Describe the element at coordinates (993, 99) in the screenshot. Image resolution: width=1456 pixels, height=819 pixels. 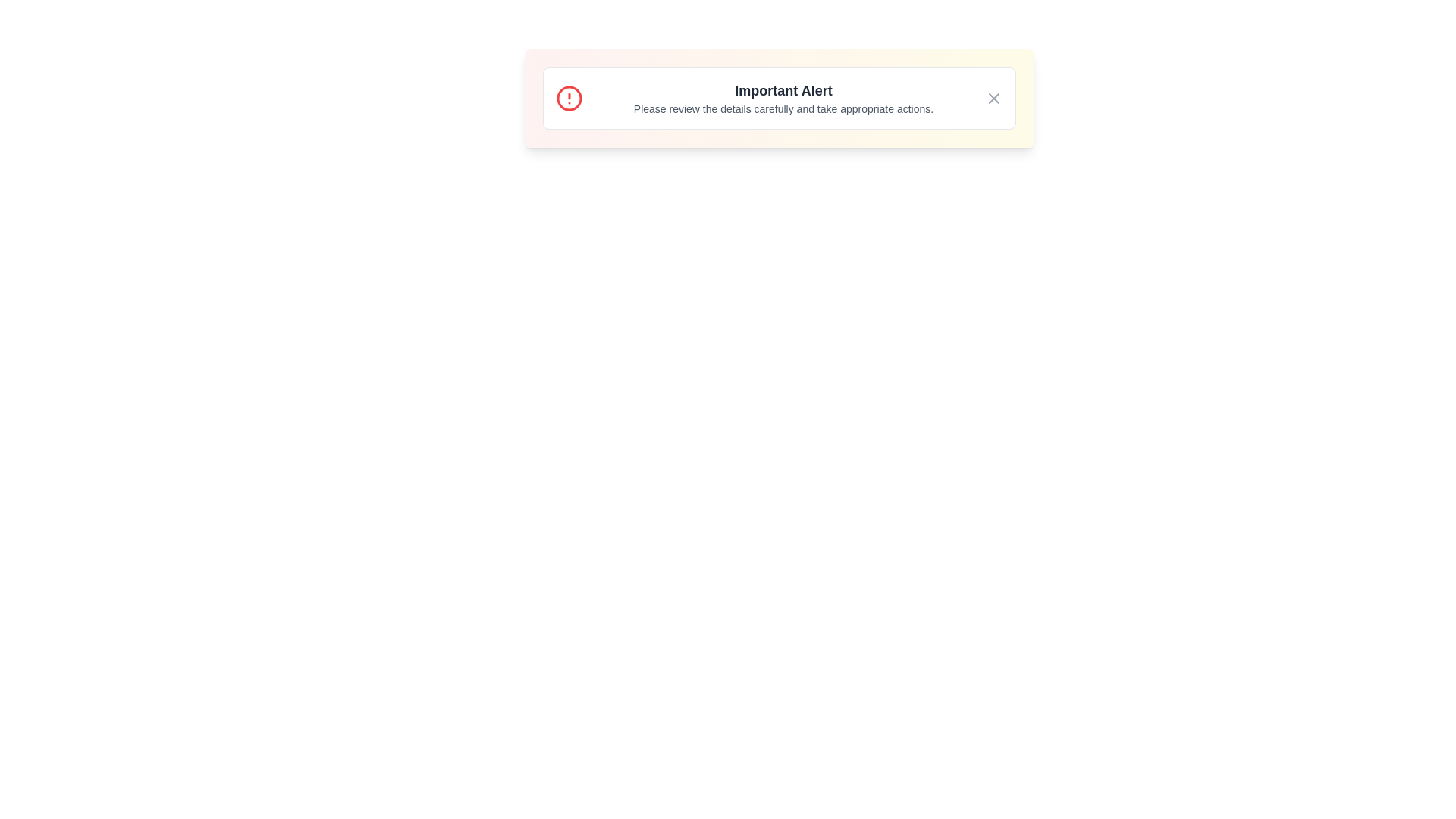
I see `the cross icon located in the upper-right corner of the alert pop-up` at that location.